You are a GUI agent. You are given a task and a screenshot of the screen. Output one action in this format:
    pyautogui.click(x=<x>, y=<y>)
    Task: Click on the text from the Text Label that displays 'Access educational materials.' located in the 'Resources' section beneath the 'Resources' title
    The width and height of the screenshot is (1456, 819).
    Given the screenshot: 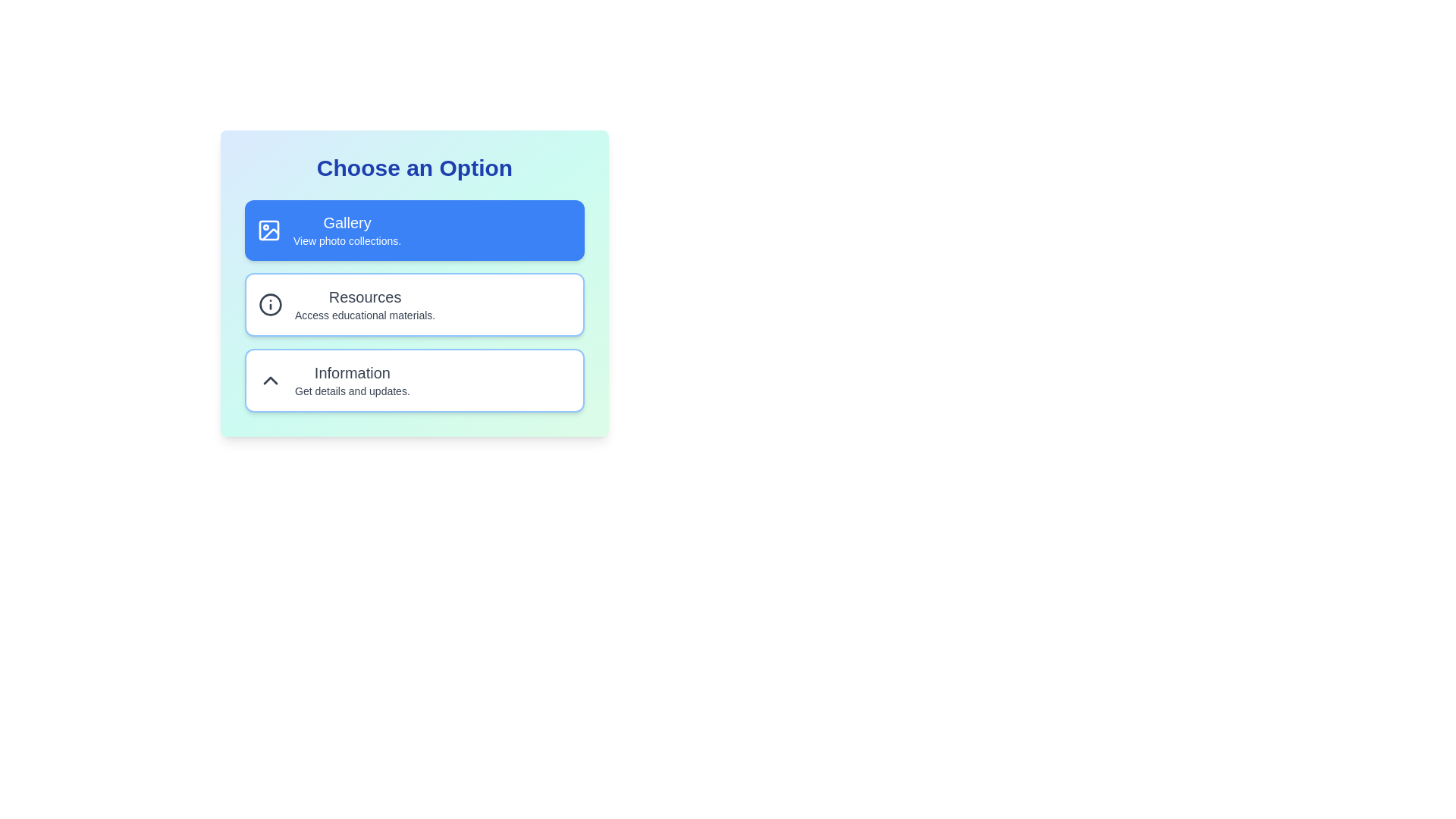 What is the action you would take?
    pyautogui.click(x=365, y=315)
    